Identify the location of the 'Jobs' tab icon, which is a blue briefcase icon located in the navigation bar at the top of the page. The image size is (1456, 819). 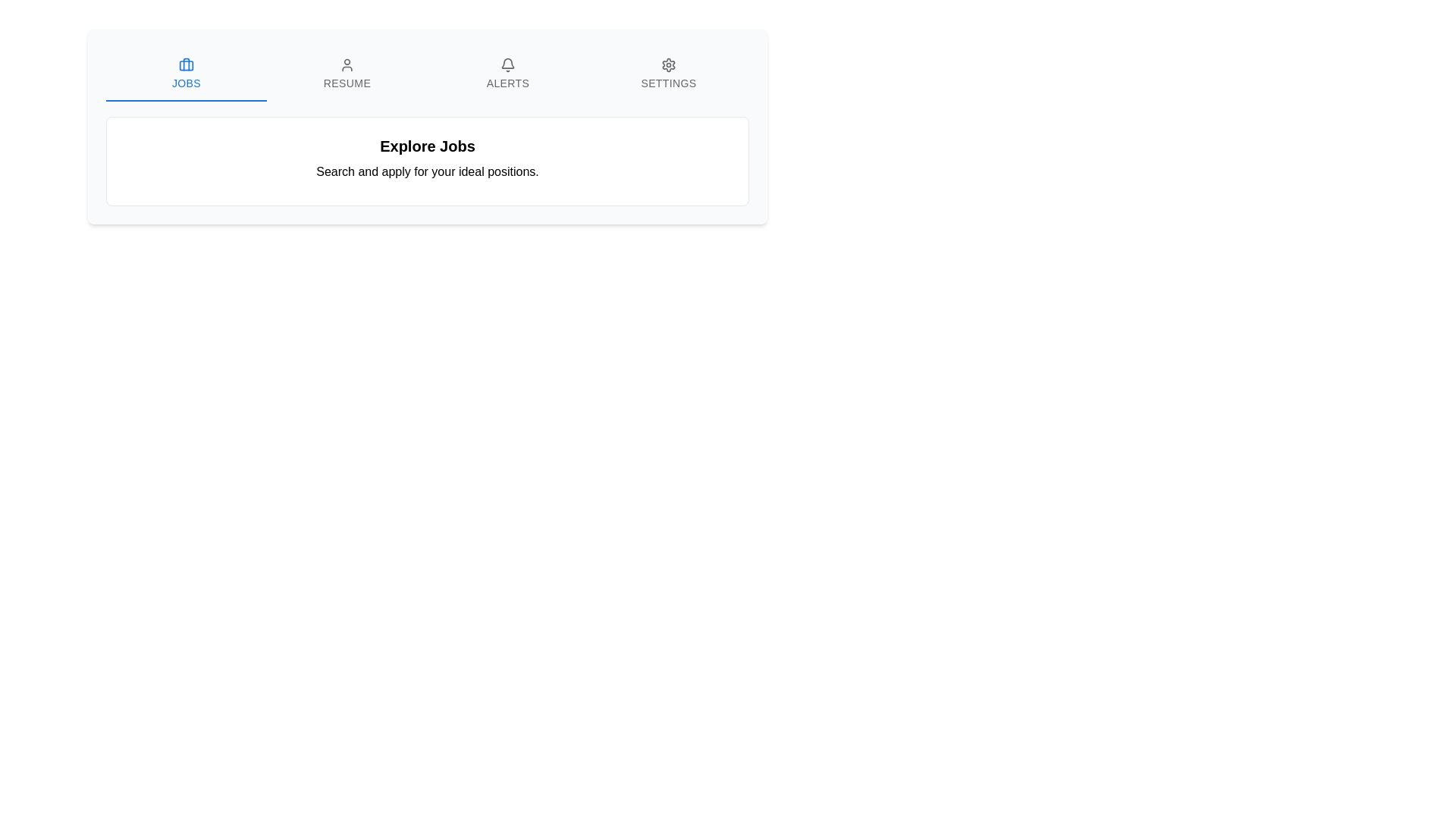
(185, 64).